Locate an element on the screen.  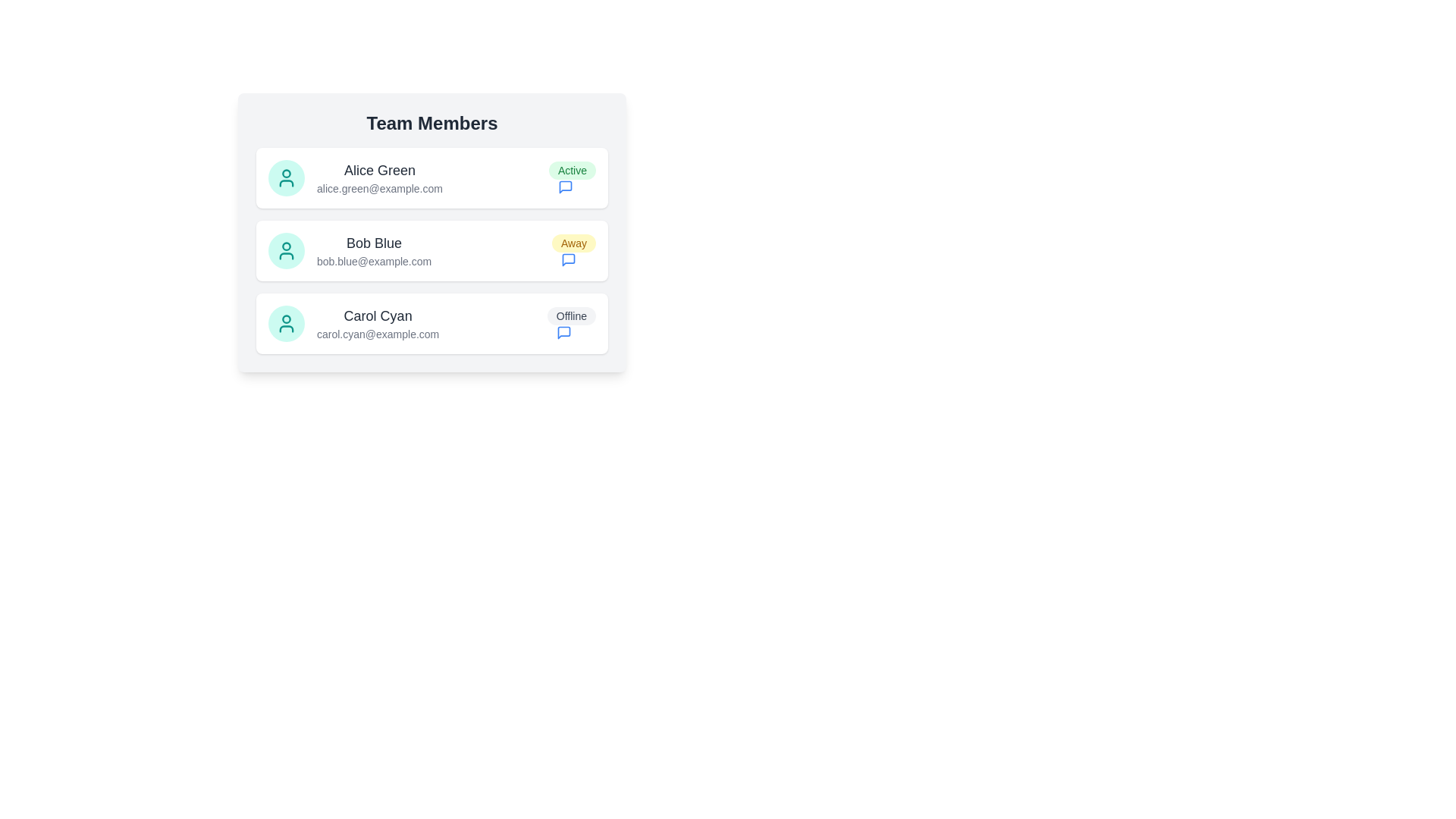
the user profile card located at the bottom of the list, which displays the name, contact details, and current status of the user is located at coordinates (431, 323).